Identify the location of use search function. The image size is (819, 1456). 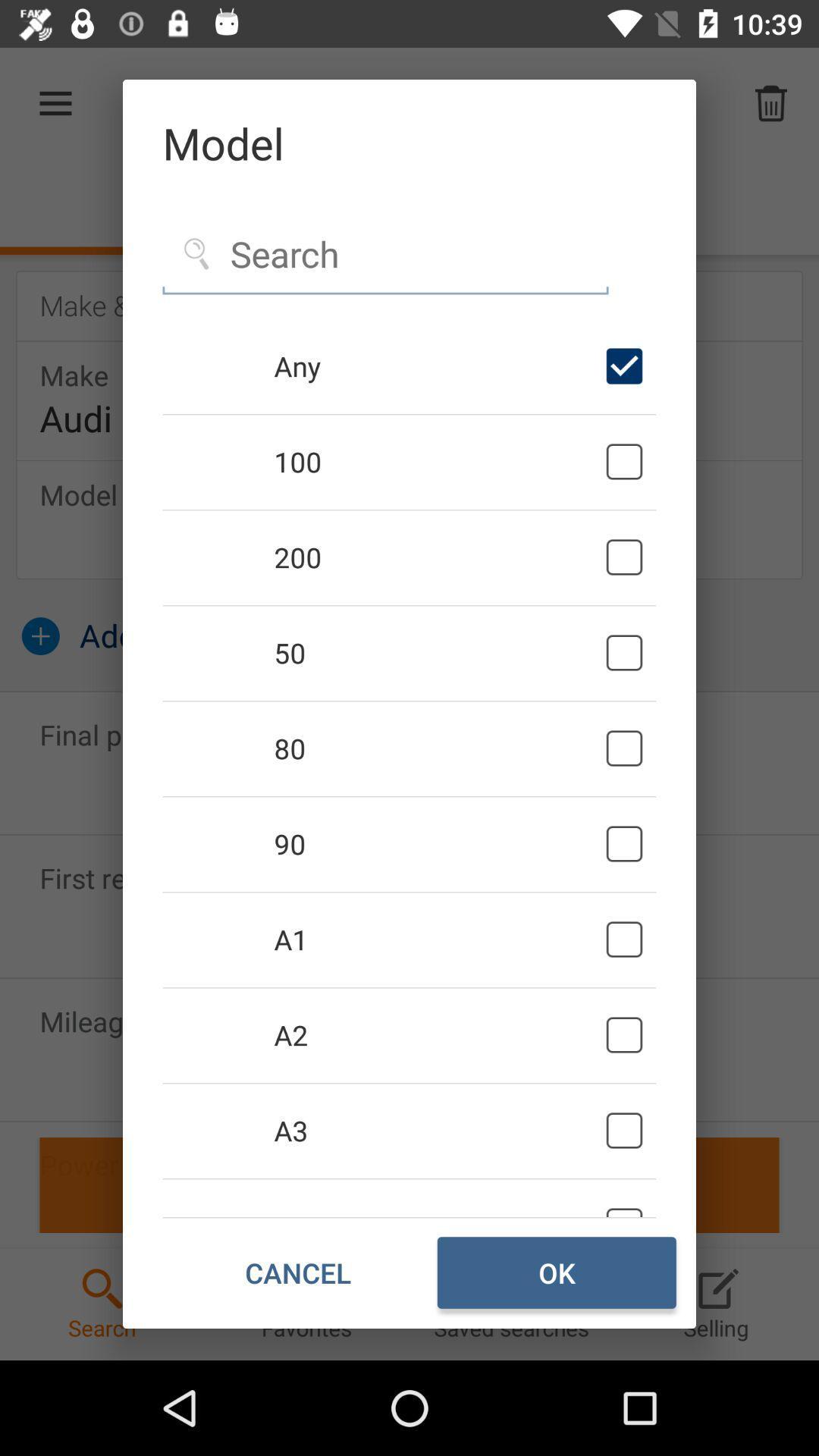
(384, 255).